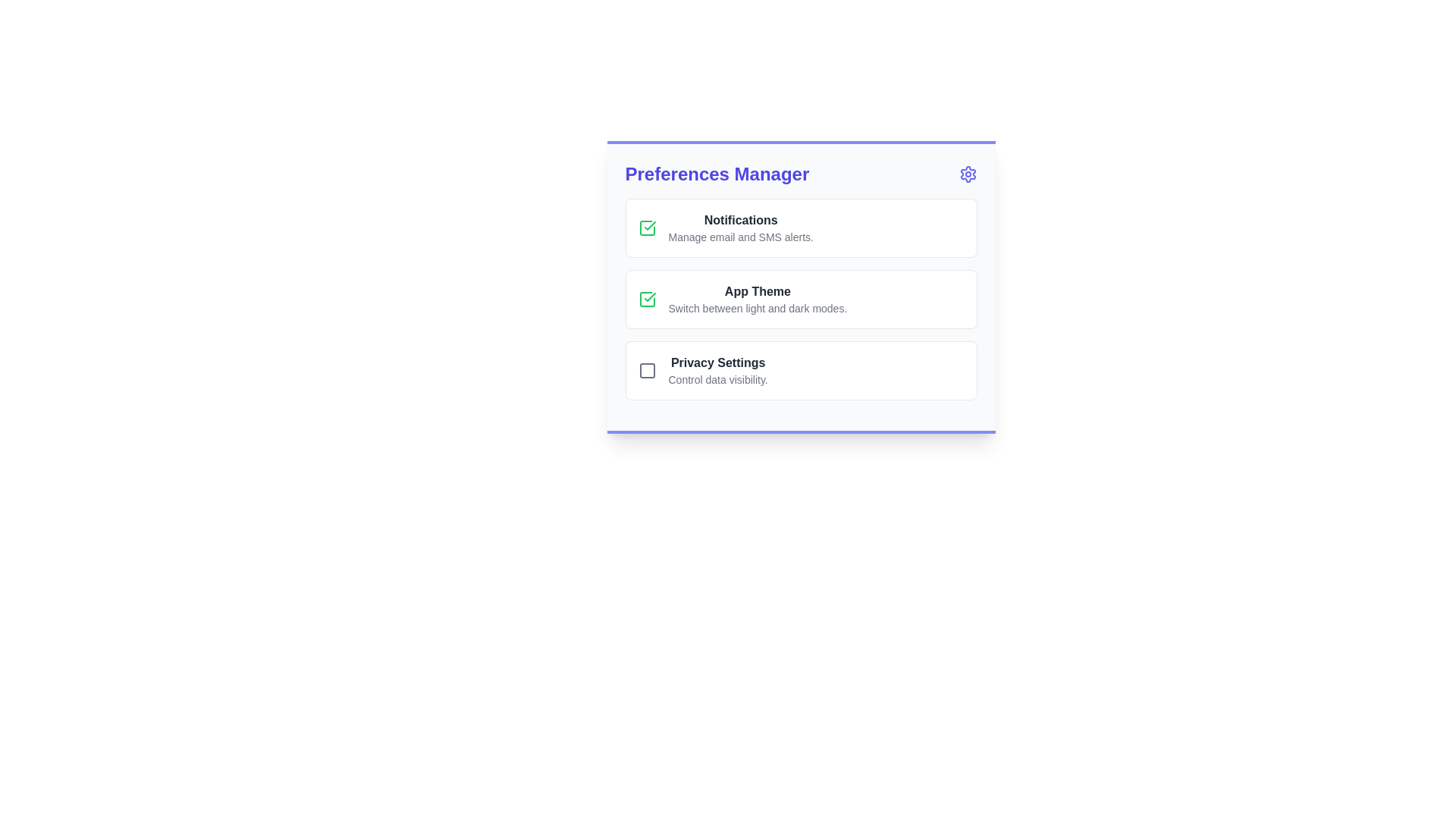 This screenshot has width=1456, height=819. Describe the element at coordinates (967, 174) in the screenshot. I see `the settings icon in the top-right corner of the Preferences Manager` at that location.